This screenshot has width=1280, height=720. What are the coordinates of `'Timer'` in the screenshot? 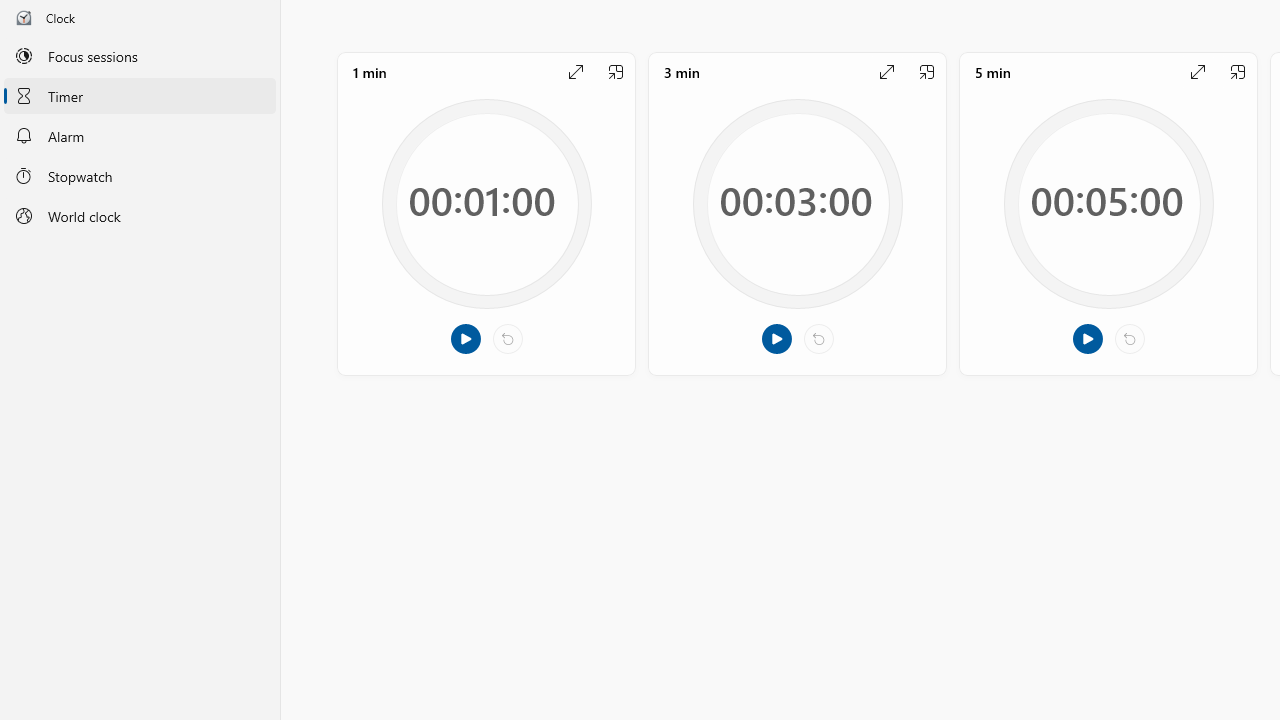 It's located at (139, 95).